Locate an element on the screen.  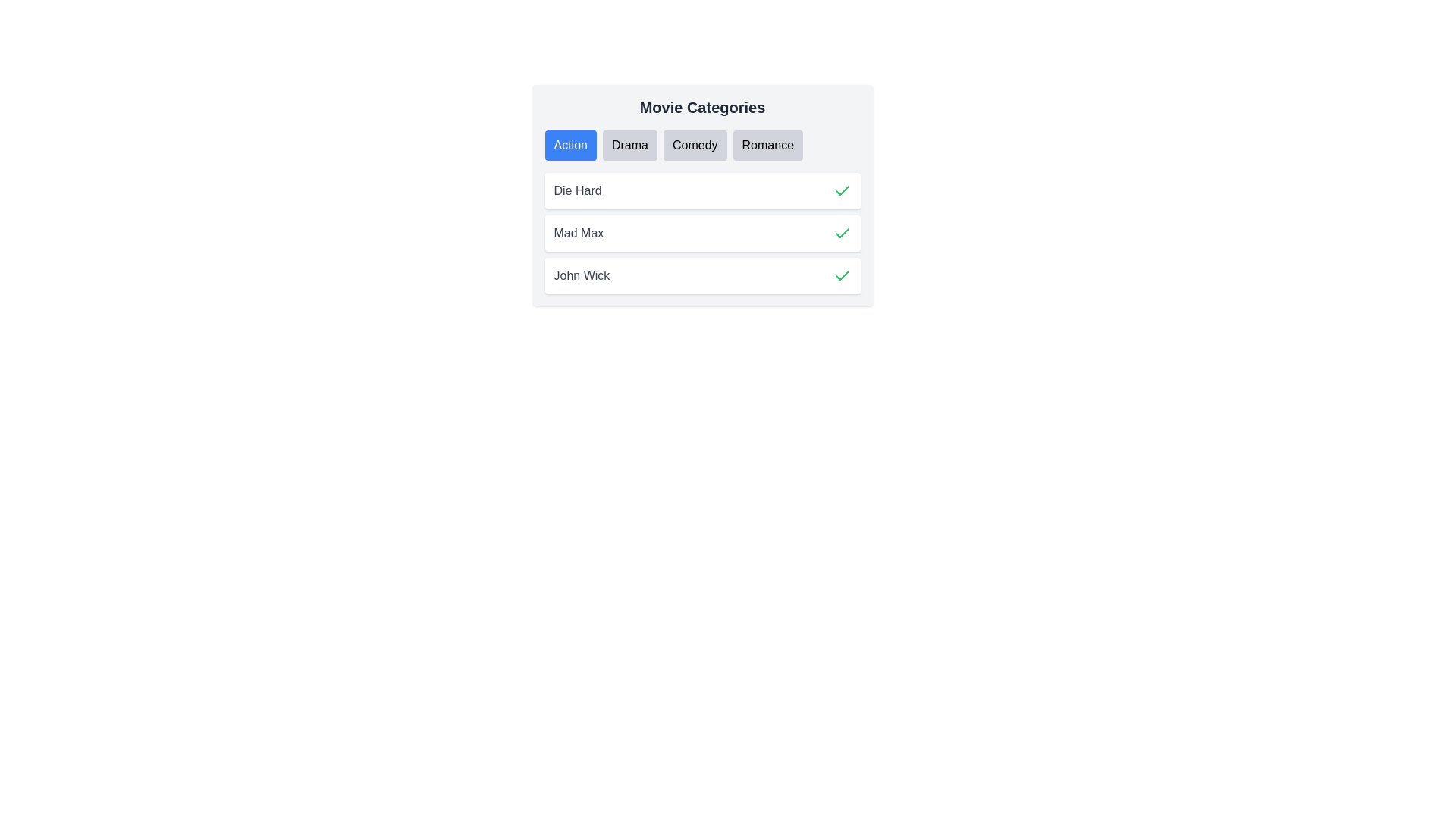
the segments of the segmented control located in the 'Movie Categories' panel is located at coordinates (701, 146).